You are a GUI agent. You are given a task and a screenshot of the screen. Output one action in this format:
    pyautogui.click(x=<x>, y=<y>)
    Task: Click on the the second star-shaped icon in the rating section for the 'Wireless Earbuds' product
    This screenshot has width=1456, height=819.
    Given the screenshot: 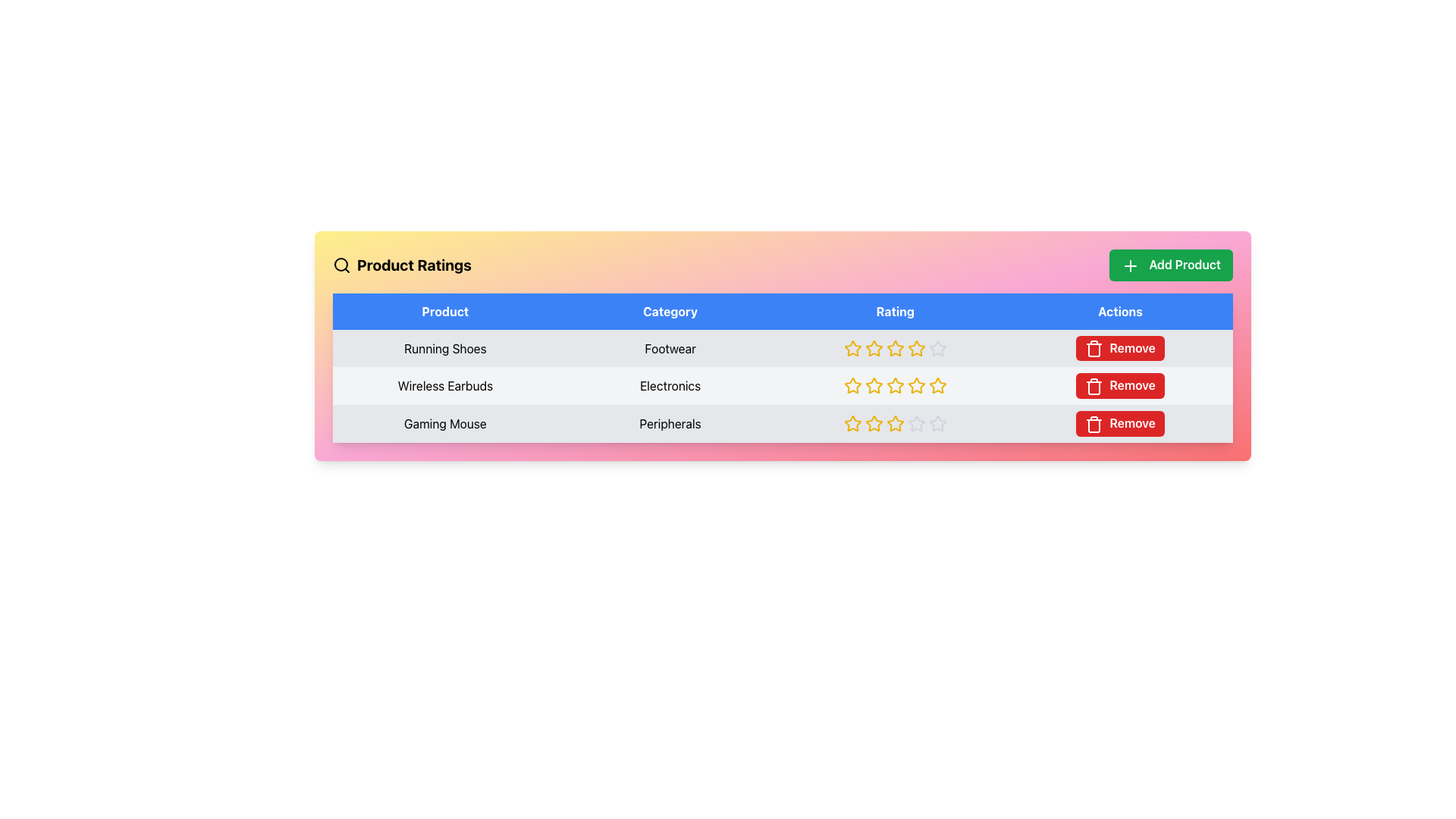 What is the action you would take?
    pyautogui.click(x=874, y=384)
    